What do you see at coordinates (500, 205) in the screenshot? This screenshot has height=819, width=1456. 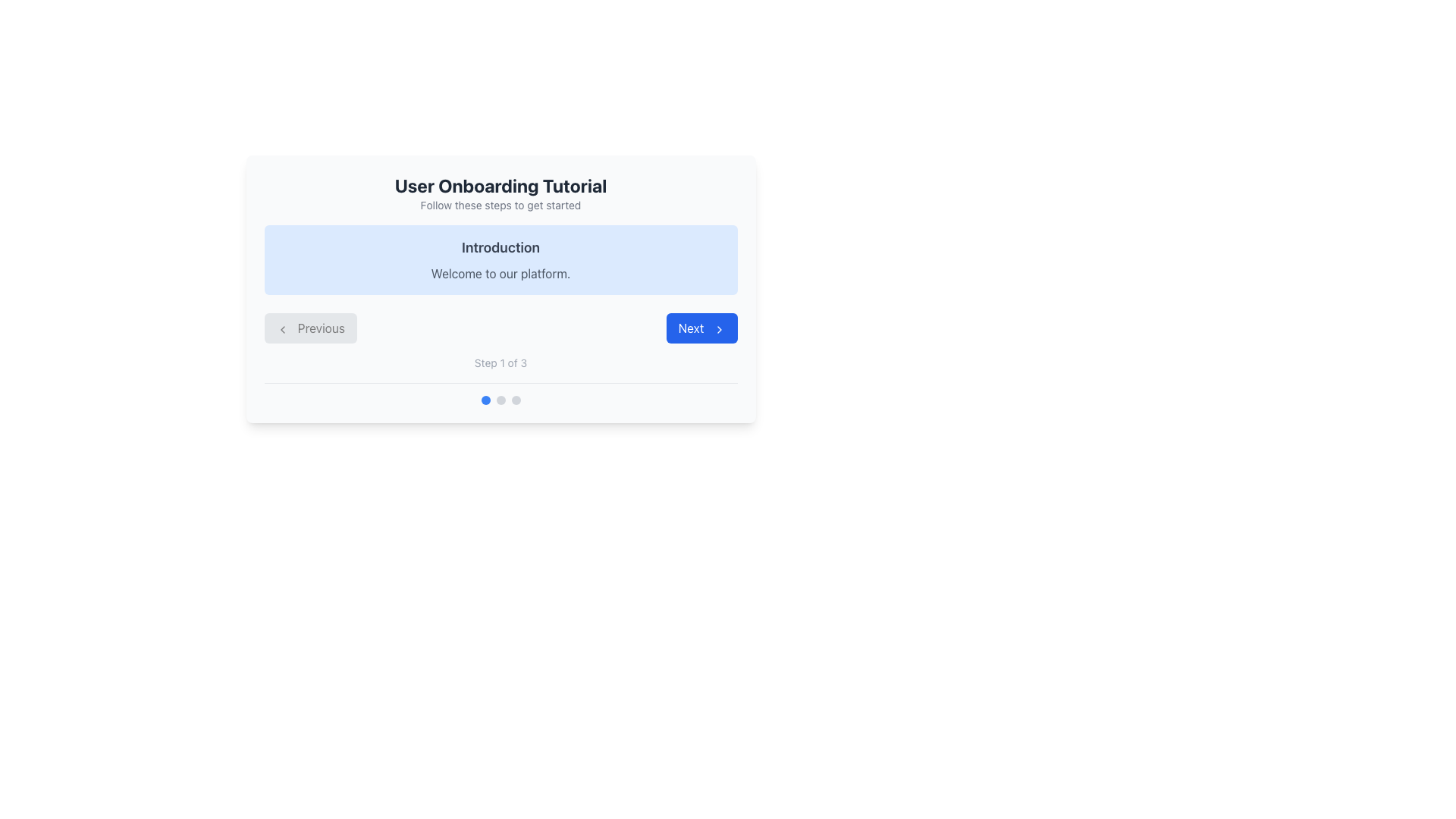 I see `instructional text content of the Text Label located below the title 'User Onboarding Tutorial'` at bounding box center [500, 205].